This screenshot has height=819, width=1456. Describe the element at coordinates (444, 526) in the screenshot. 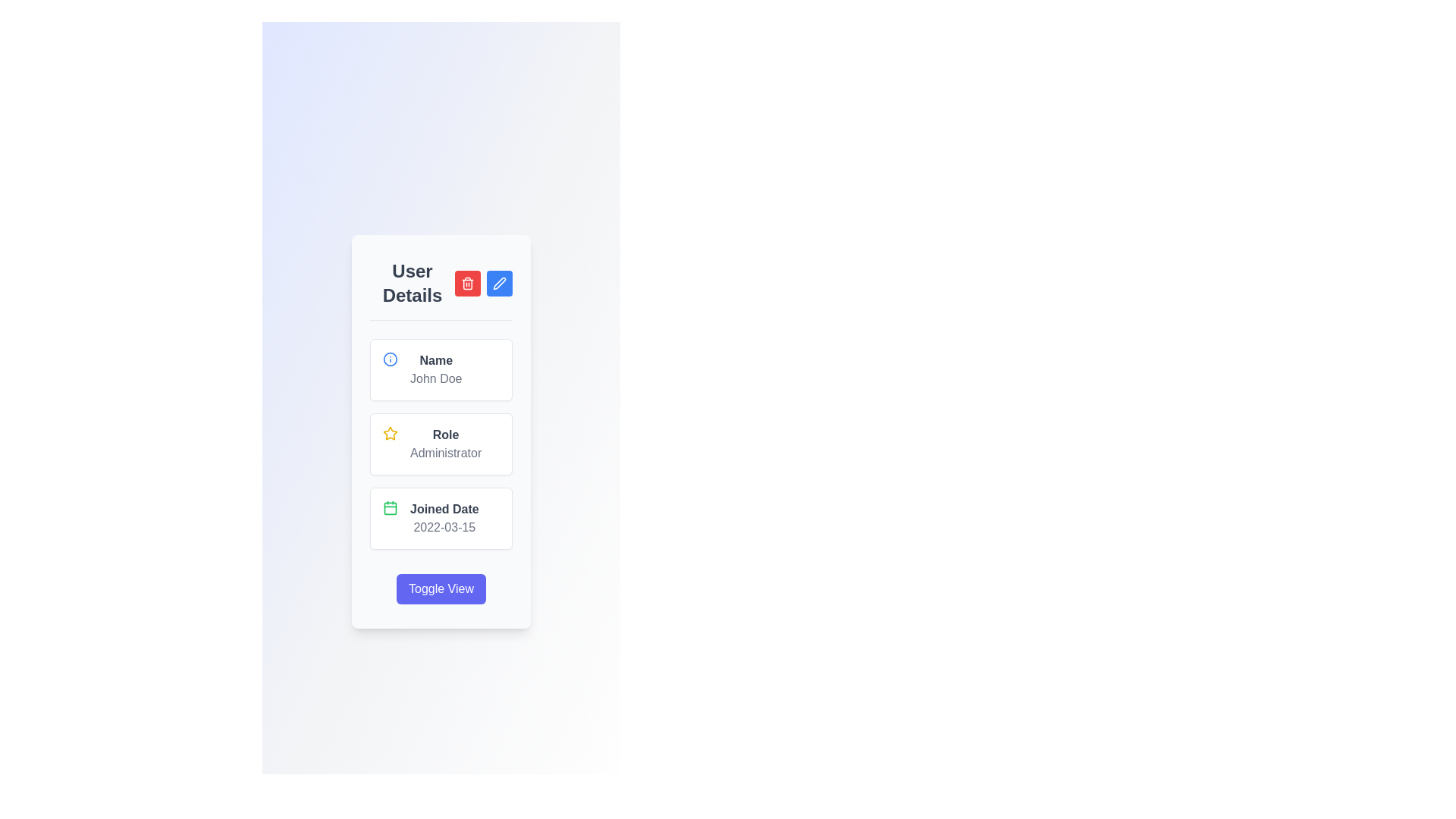

I see `the text displaying the date '2022-03-15' which is styled with a gray font and located below the 'Joined Date' label in the user details card` at that location.